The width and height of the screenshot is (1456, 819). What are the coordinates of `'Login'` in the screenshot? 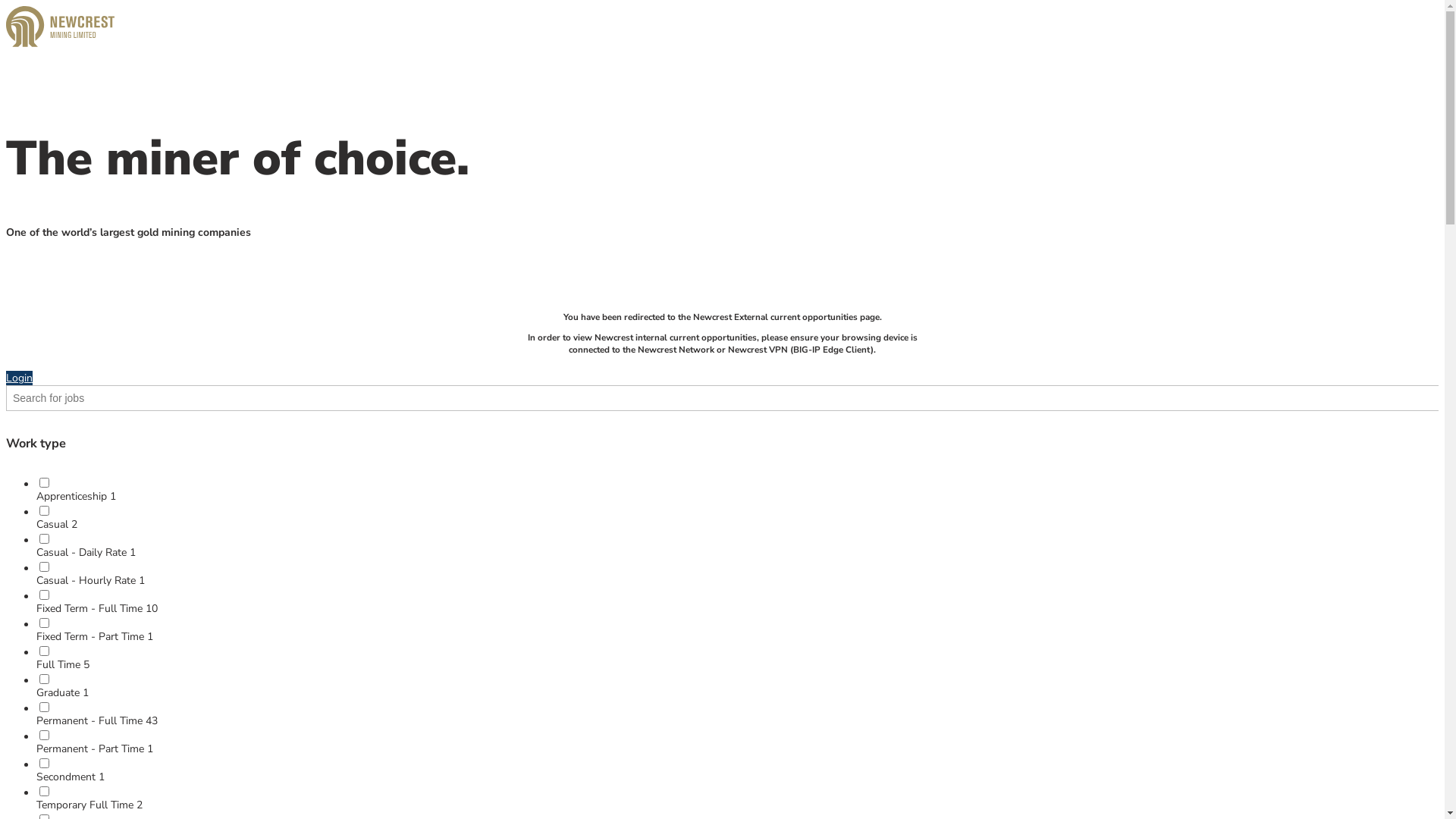 It's located at (19, 377).